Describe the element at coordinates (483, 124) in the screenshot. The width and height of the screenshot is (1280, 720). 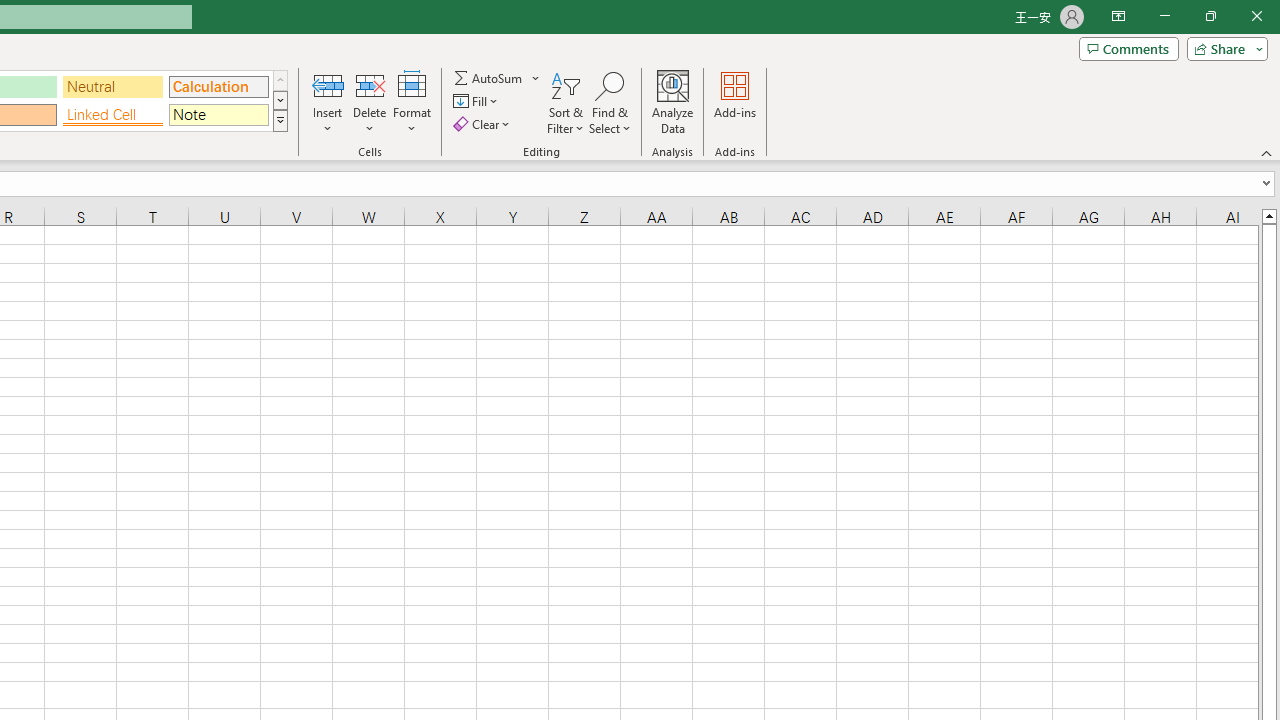
I see `'Clear'` at that location.